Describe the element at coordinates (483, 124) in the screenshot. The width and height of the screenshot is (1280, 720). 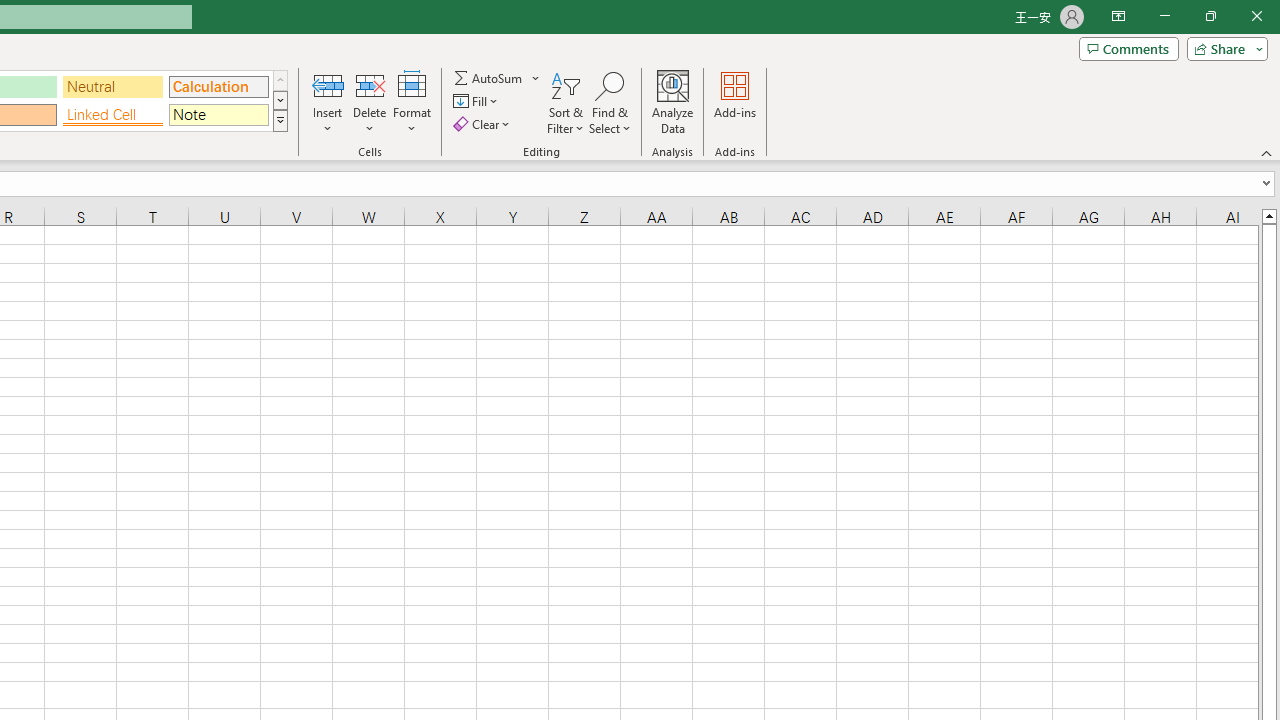
I see `'Clear'` at that location.